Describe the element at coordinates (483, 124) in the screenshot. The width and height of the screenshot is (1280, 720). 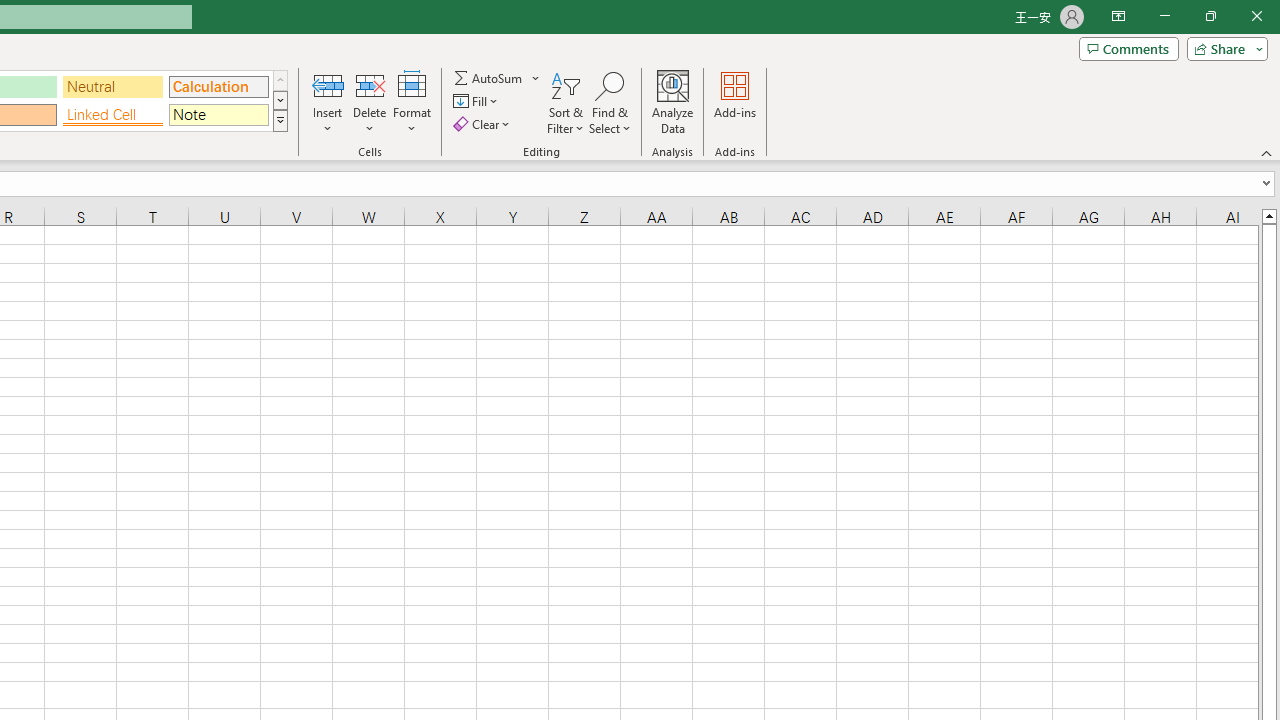
I see `'Clear'` at that location.